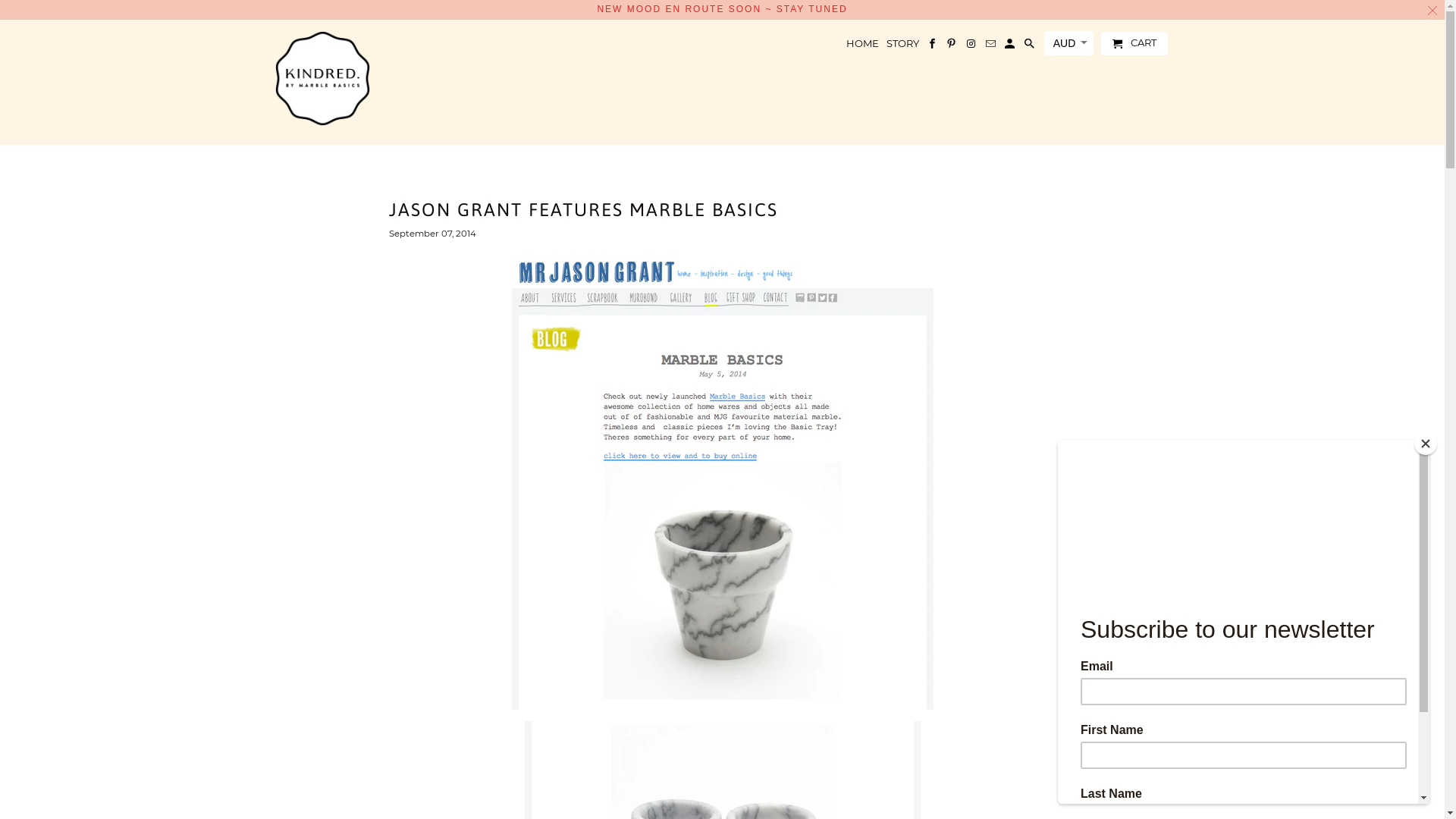 The image size is (1456, 819). I want to click on 'Search', so click(1030, 45).